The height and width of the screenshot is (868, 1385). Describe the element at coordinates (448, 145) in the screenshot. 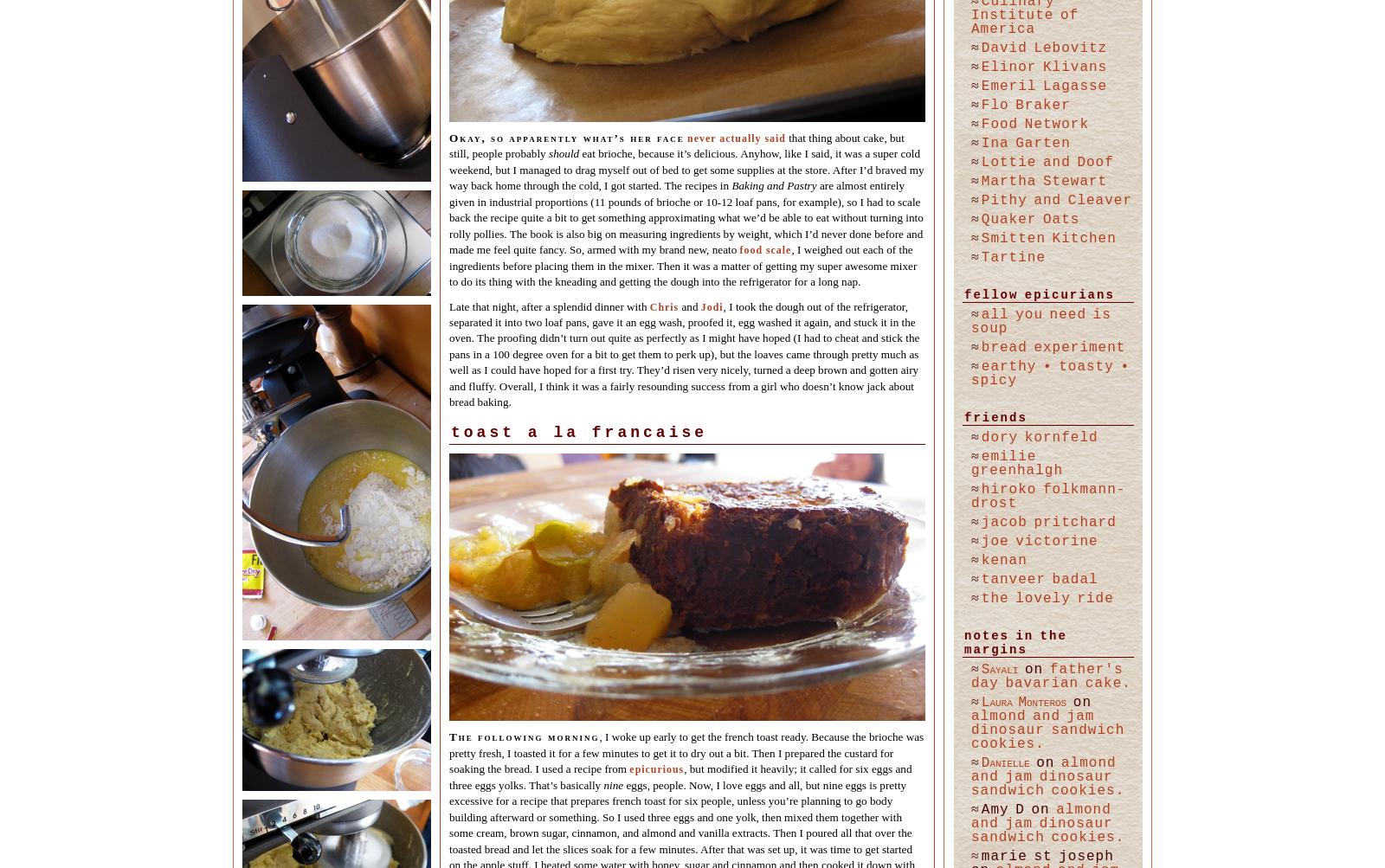

I see `'that thing about cake, but still, people probably'` at that location.